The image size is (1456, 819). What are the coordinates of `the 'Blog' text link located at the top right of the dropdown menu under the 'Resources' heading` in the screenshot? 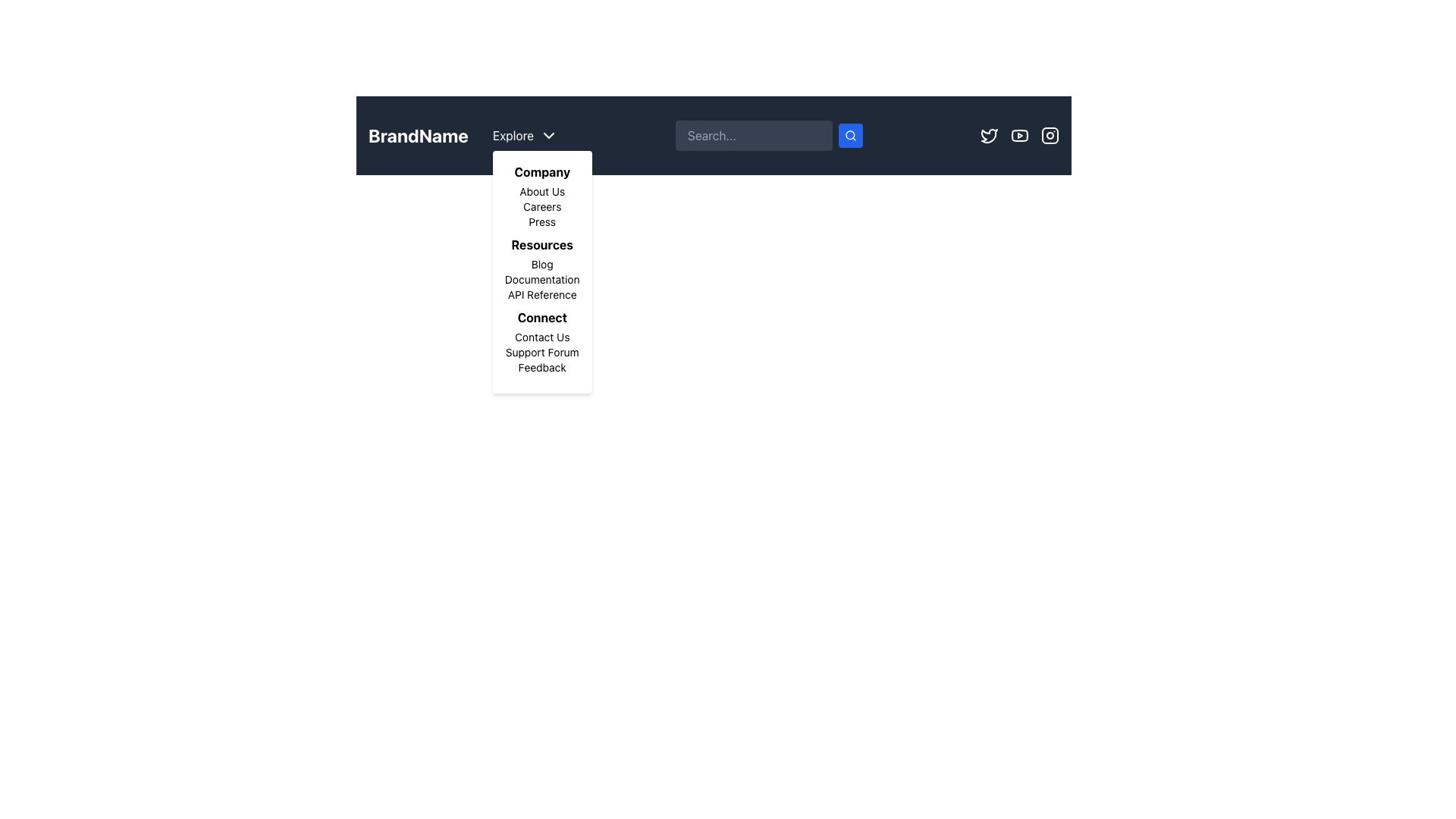 It's located at (542, 263).